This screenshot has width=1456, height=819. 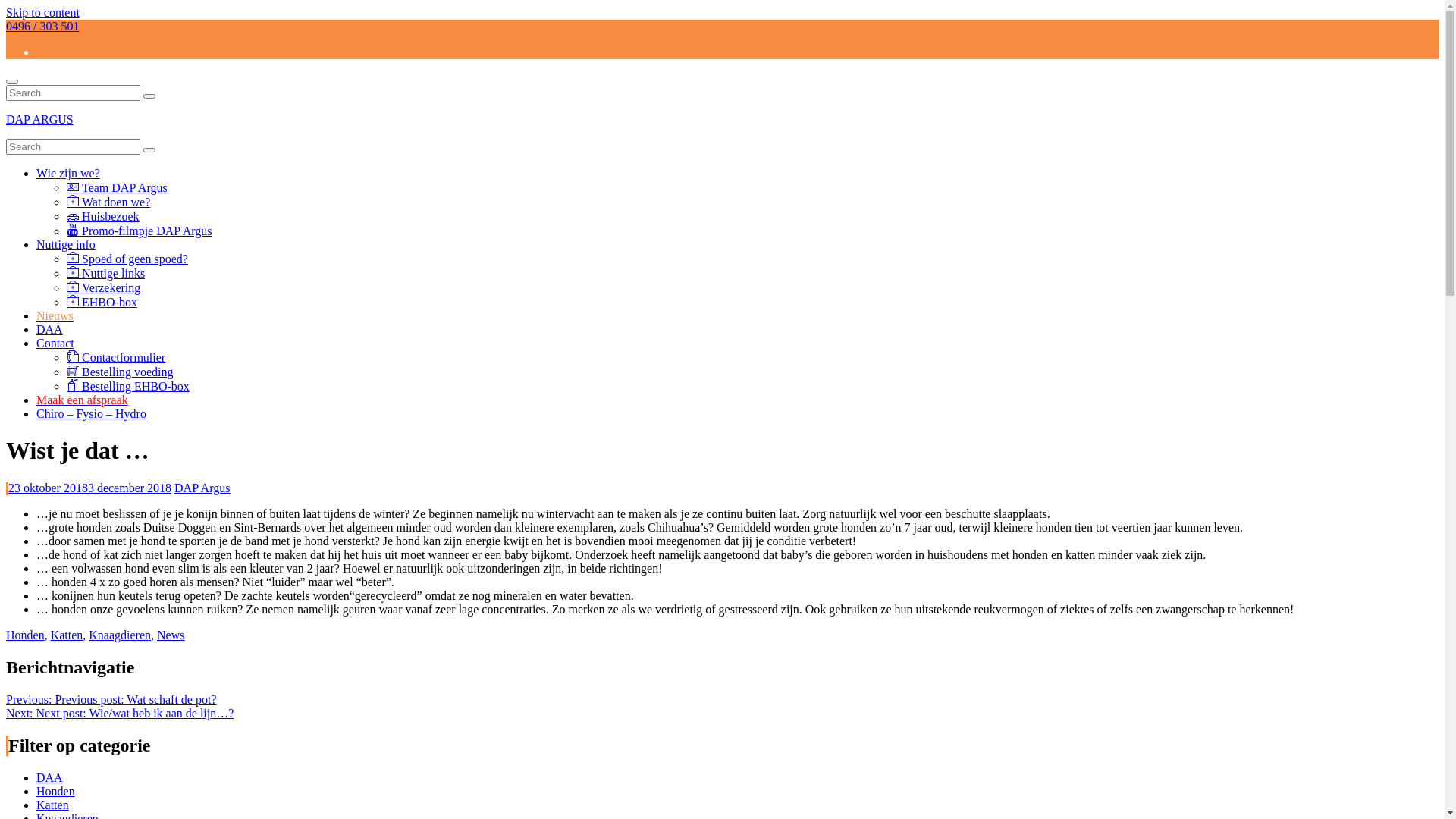 What do you see at coordinates (127, 258) in the screenshot?
I see `'Spoed of geen spoed?'` at bounding box center [127, 258].